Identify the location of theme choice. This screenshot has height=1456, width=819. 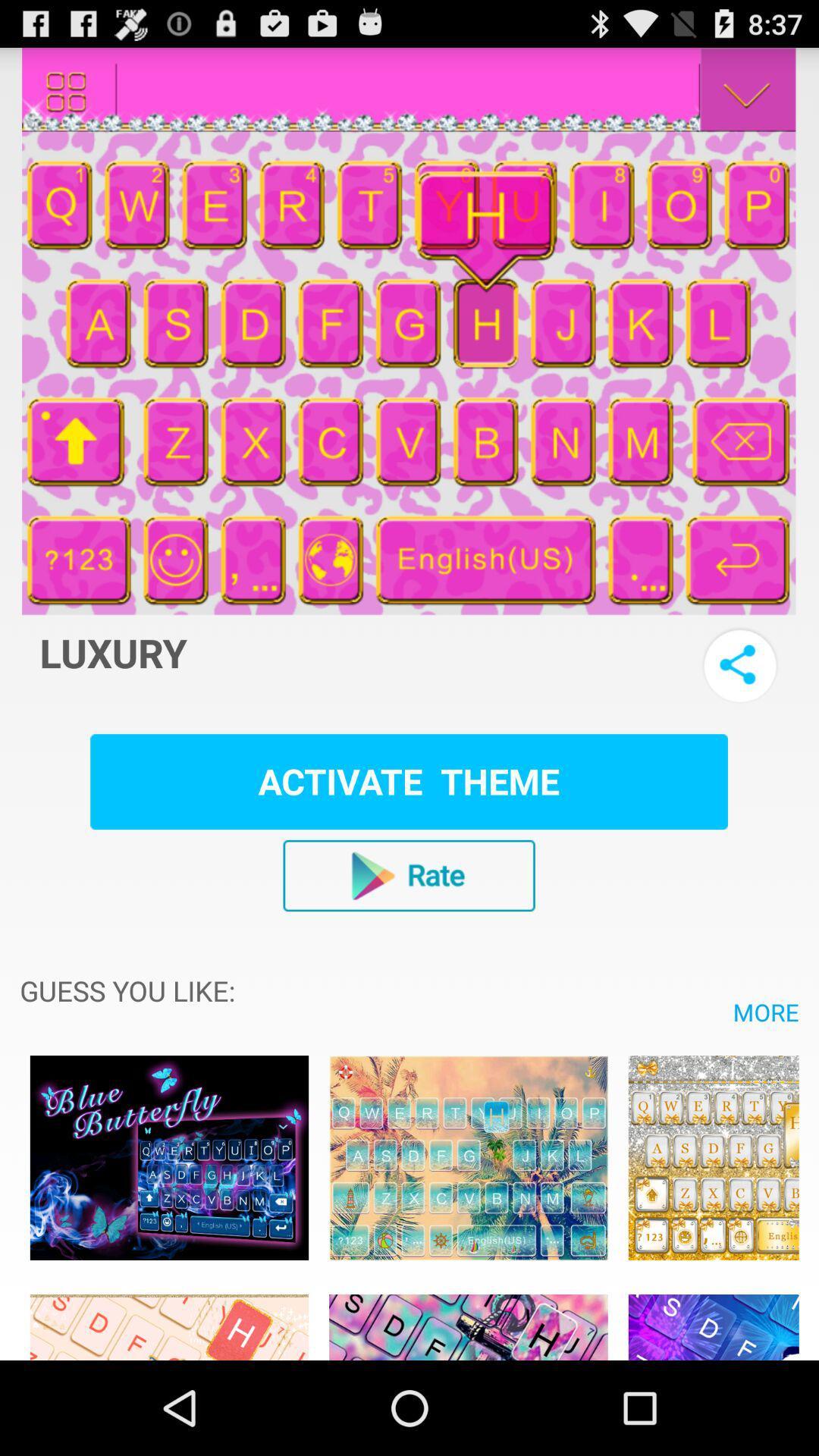
(169, 1318).